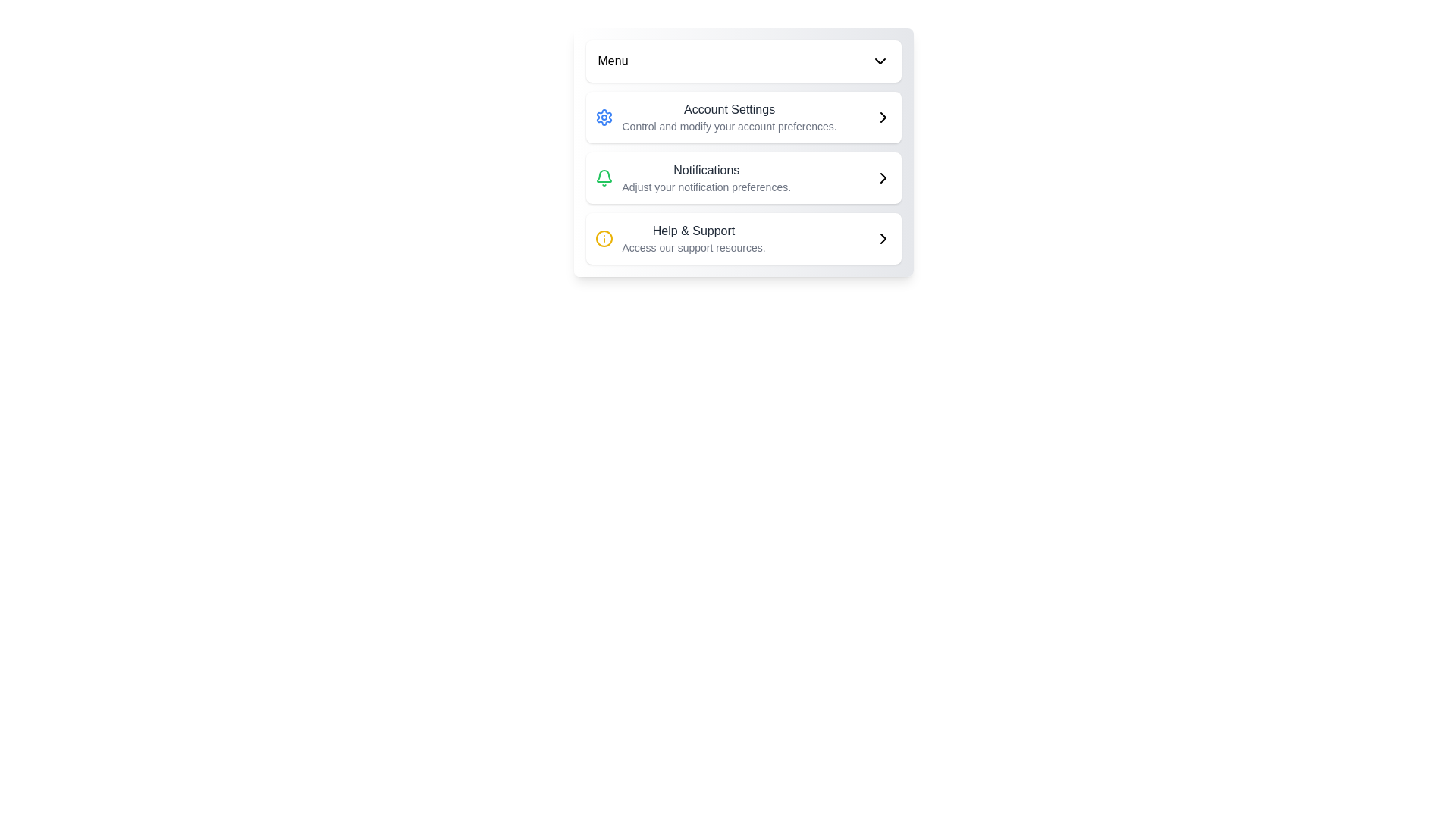  I want to click on the downward-pointing chevron arrow icon located at the top-right corner of the menu header, so click(880, 61).